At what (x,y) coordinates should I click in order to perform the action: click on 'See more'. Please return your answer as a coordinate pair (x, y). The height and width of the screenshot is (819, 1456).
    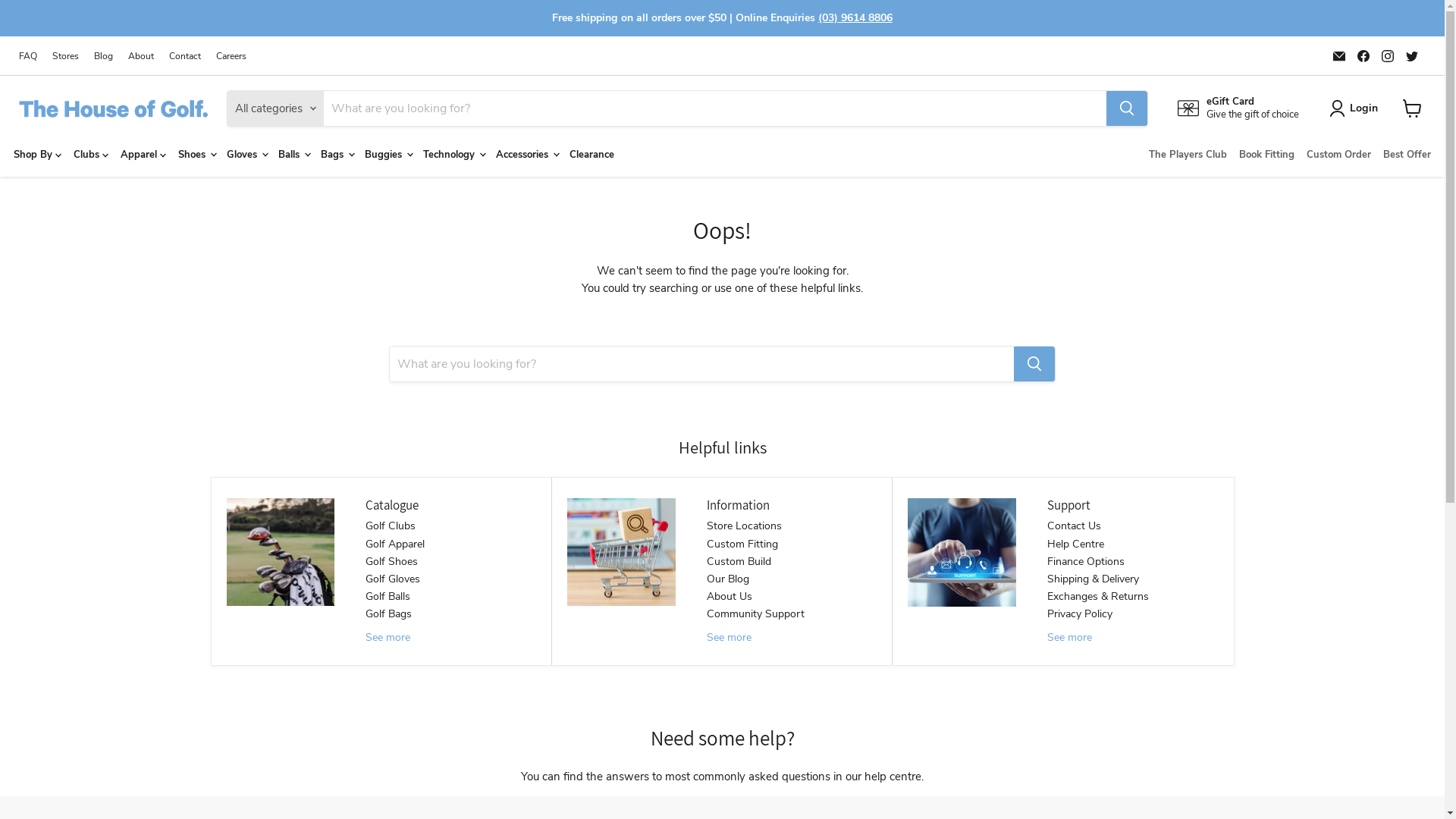
    Looking at the image, I should click on (1068, 637).